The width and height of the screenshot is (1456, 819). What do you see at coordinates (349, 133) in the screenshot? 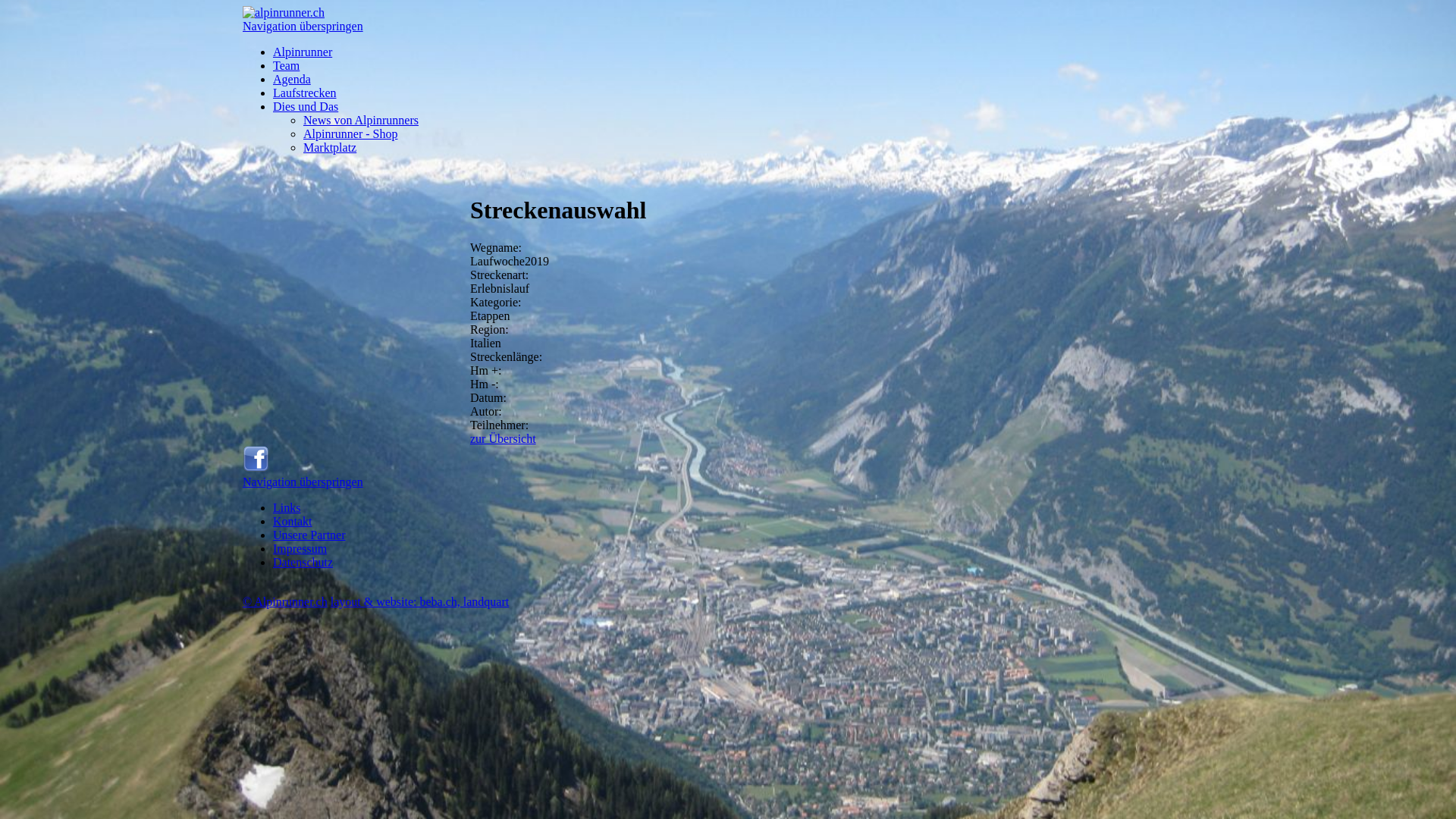
I see `'Alpinrunner - Shop'` at bounding box center [349, 133].